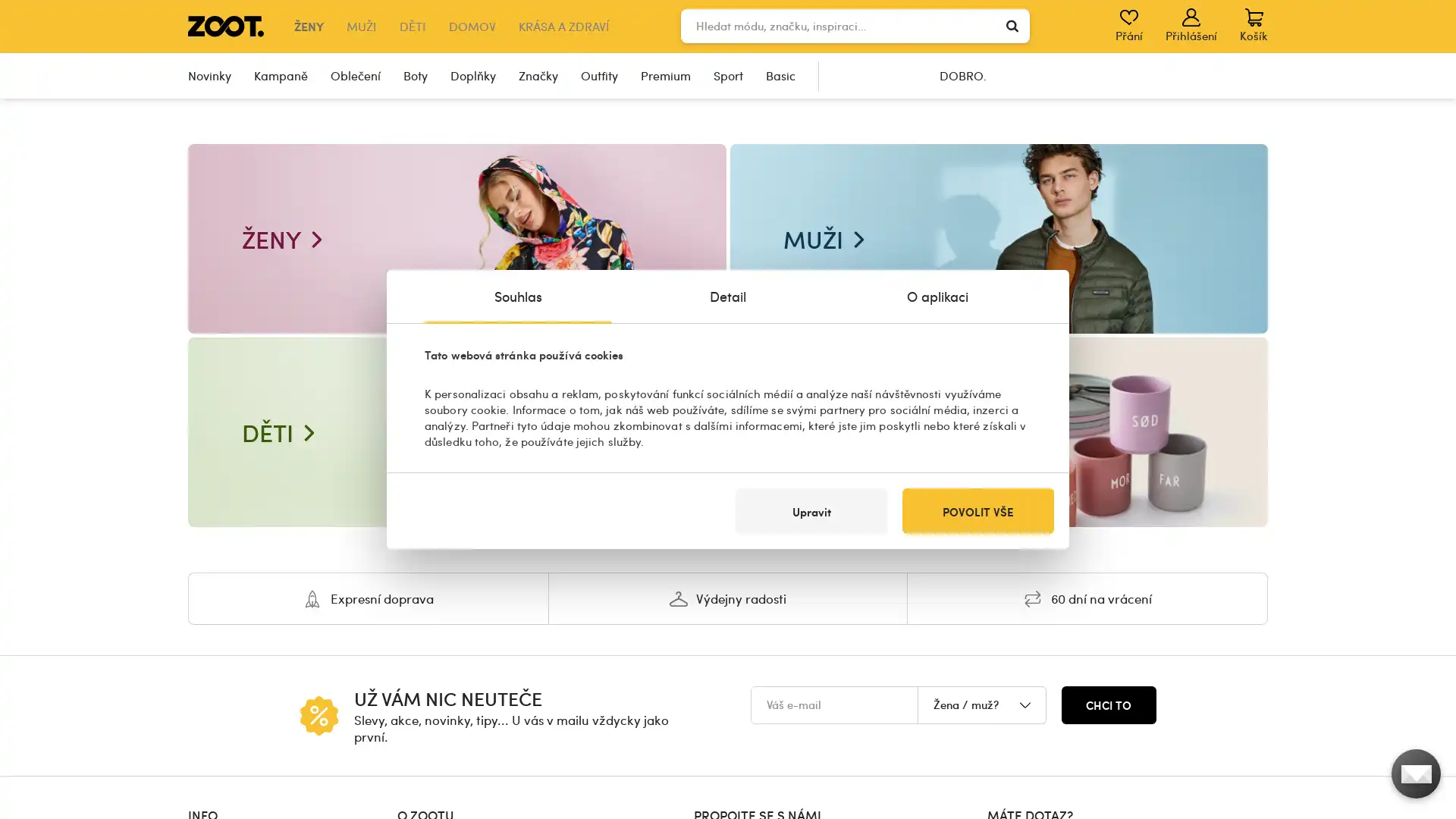 This screenshot has height=819, width=1456. Describe the element at coordinates (978, 511) in the screenshot. I see `POVOLIT VSE` at that location.